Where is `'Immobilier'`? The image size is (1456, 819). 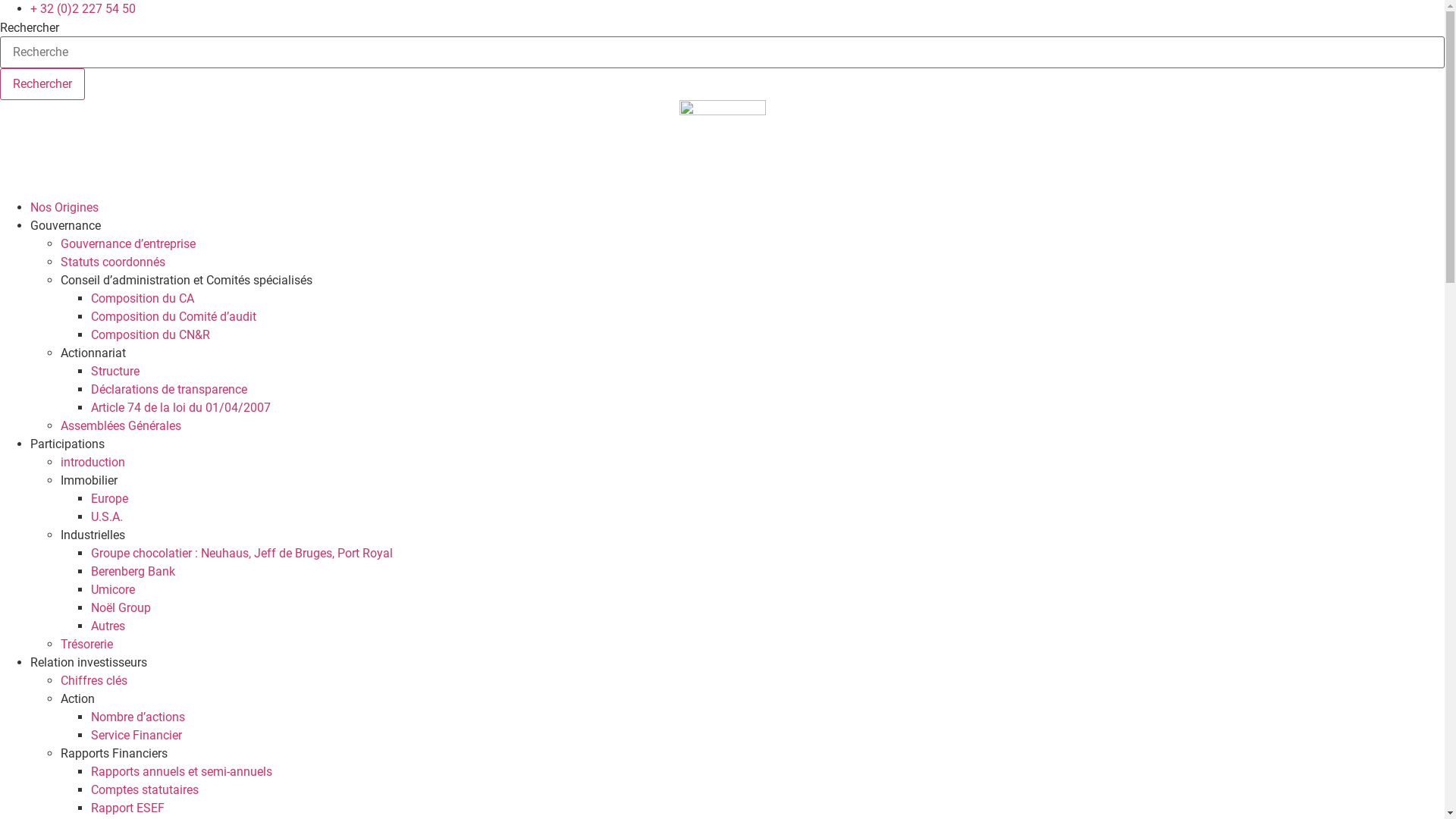
'Immobilier' is located at coordinates (88, 480).